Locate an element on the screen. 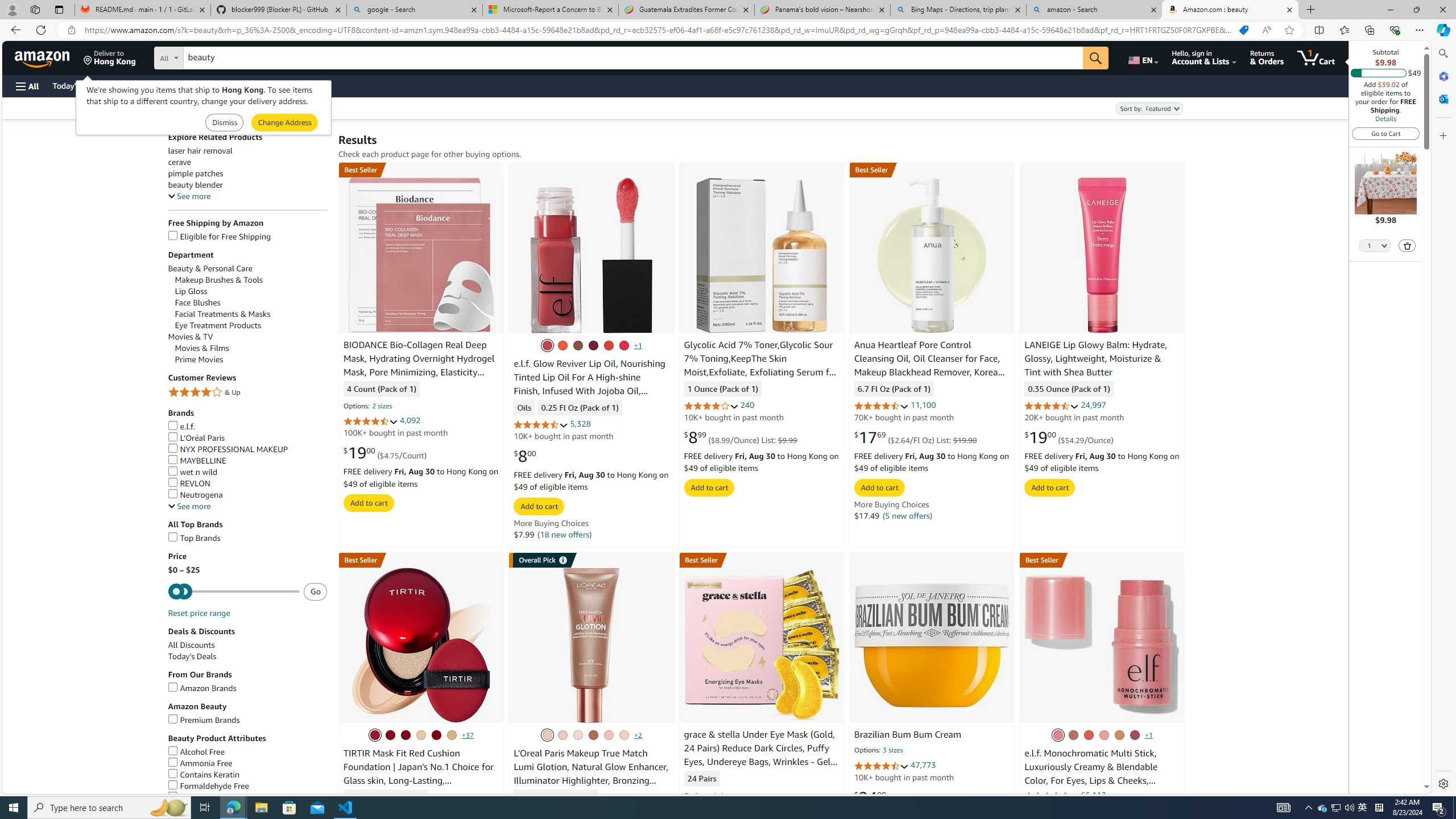  'Prime Movies' is located at coordinates (199, 359).